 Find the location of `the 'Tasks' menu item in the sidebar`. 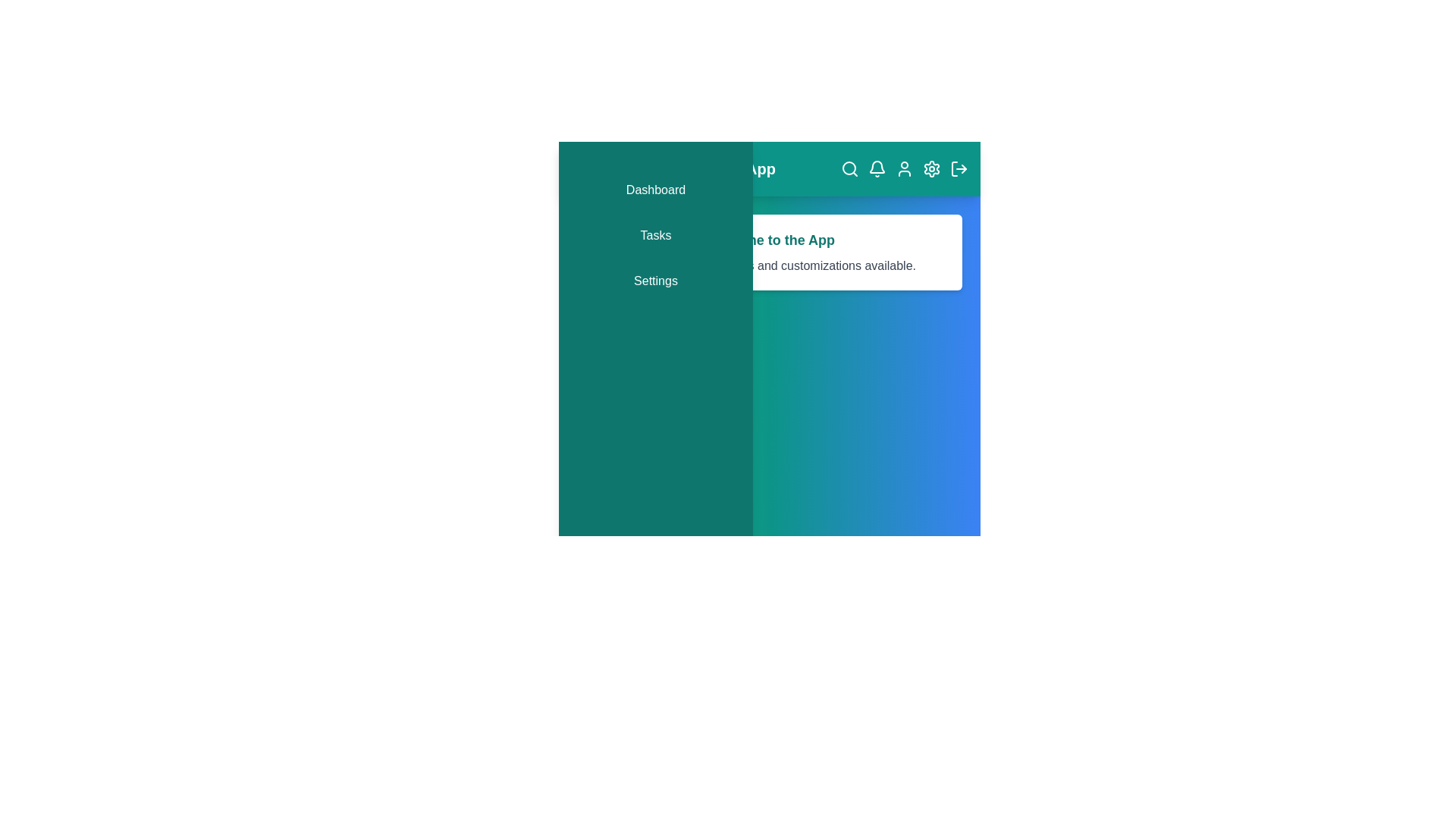

the 'Tasks' menu item in the sidebar is located at coordinates (655, 236).